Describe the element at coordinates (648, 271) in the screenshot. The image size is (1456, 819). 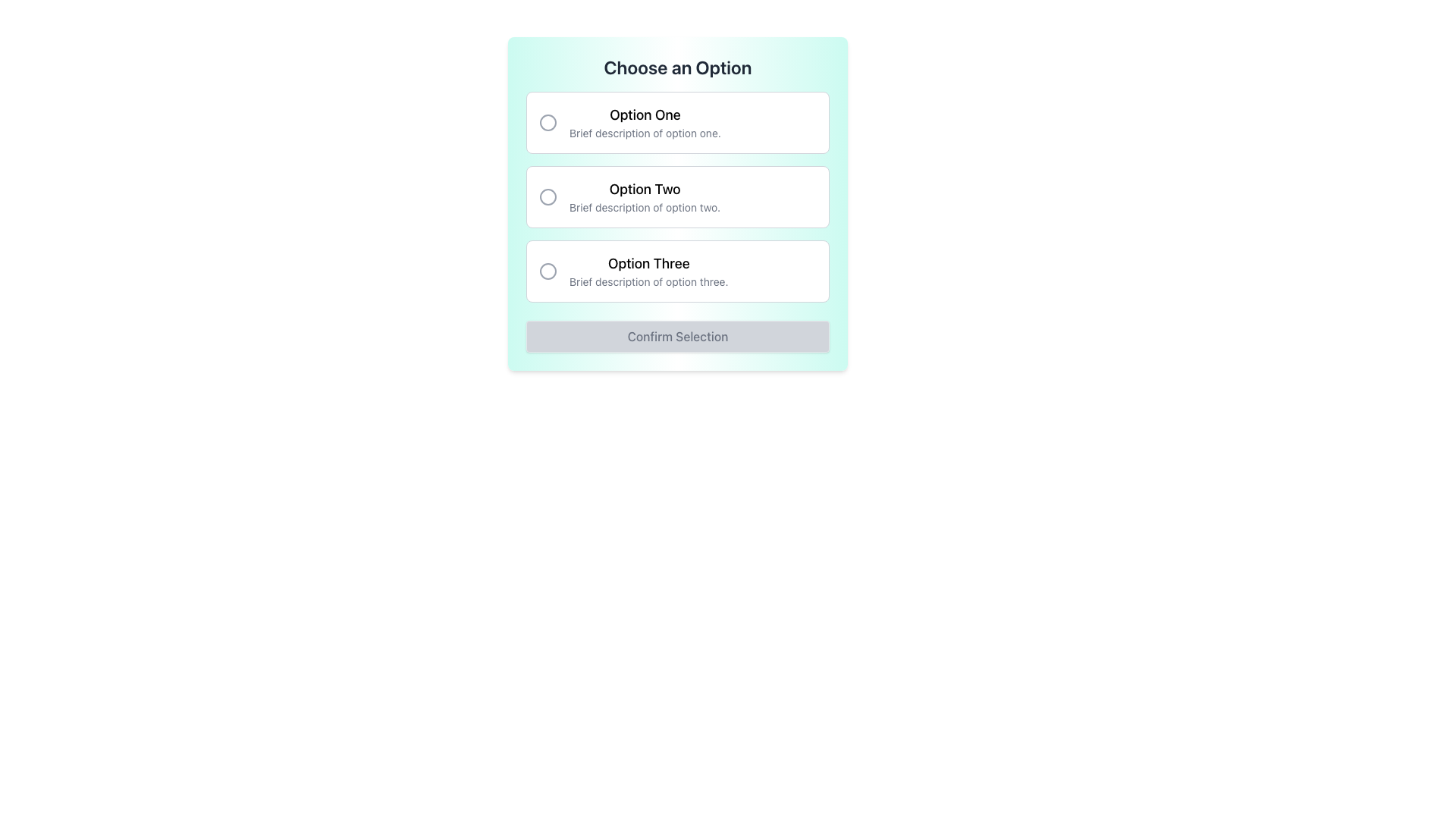
I see `to select the list item representing 'Option Three', which is the third item in a vertical list of selectable options` at that location.